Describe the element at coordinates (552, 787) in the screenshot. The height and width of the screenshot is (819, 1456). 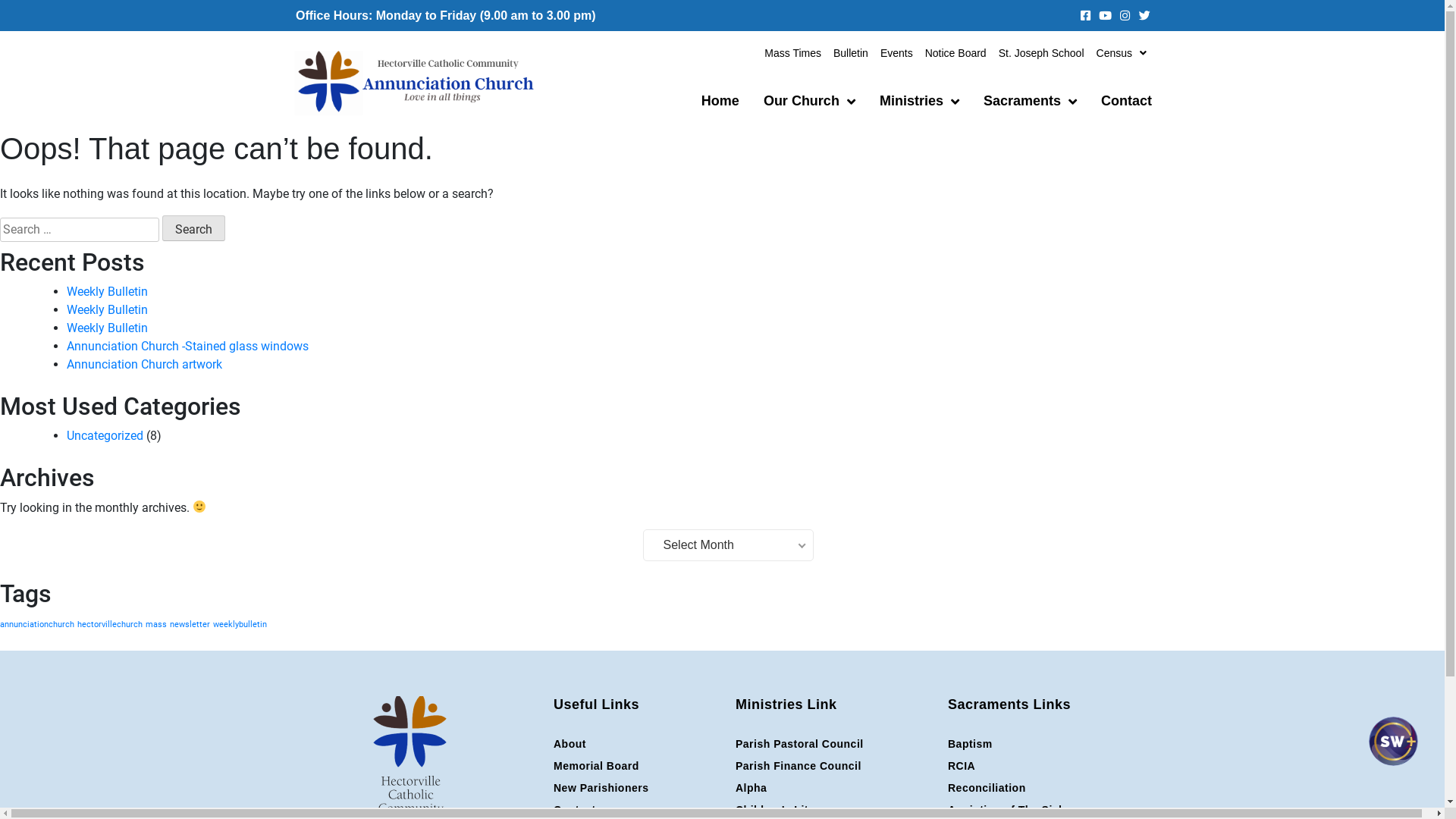
I see `'New Parishioners'` at that location.